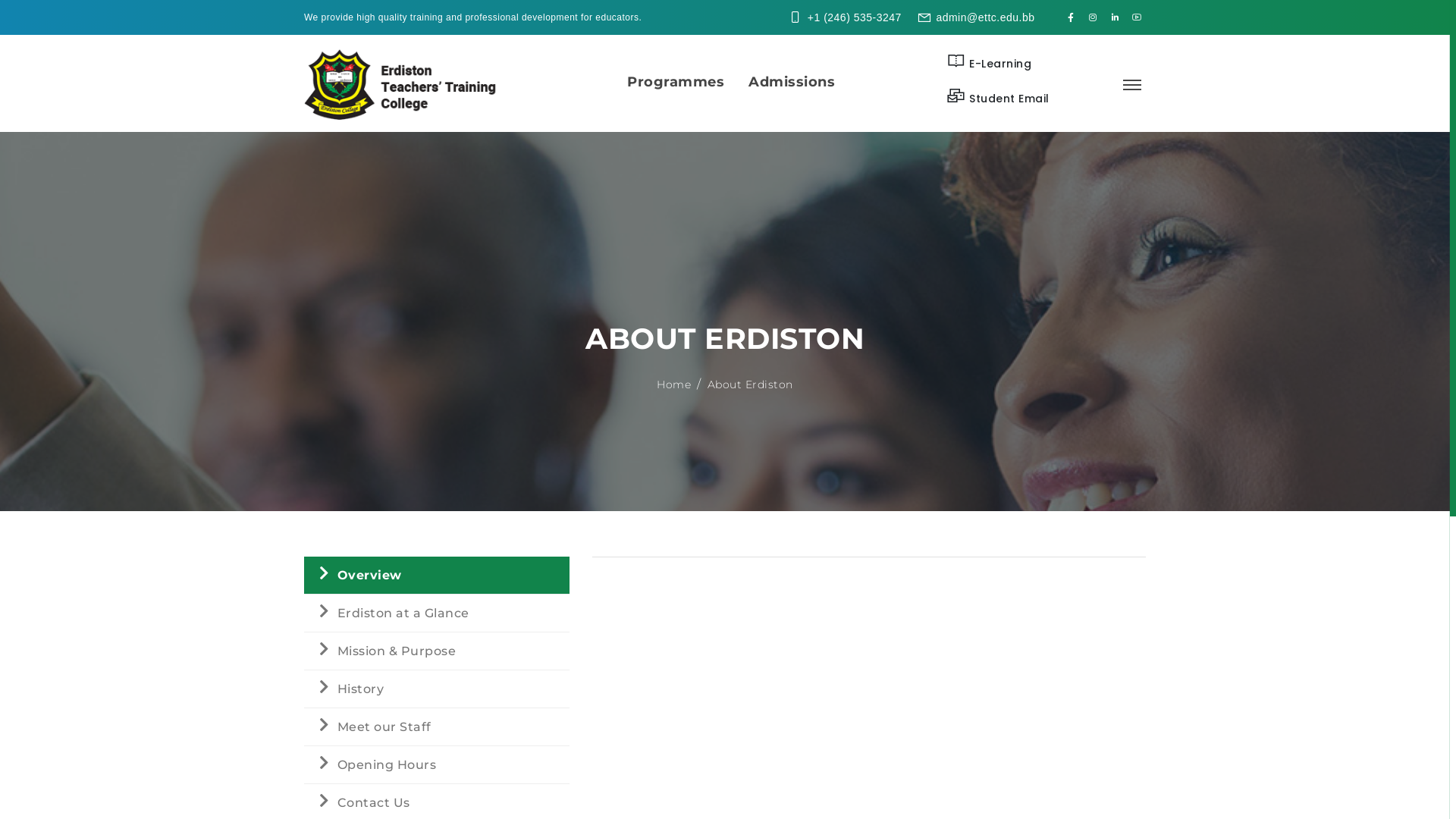  What do you see at coordinates (997, 96) in the screenshot?
I see `'Student Email'` at bounding box center [997, 96].